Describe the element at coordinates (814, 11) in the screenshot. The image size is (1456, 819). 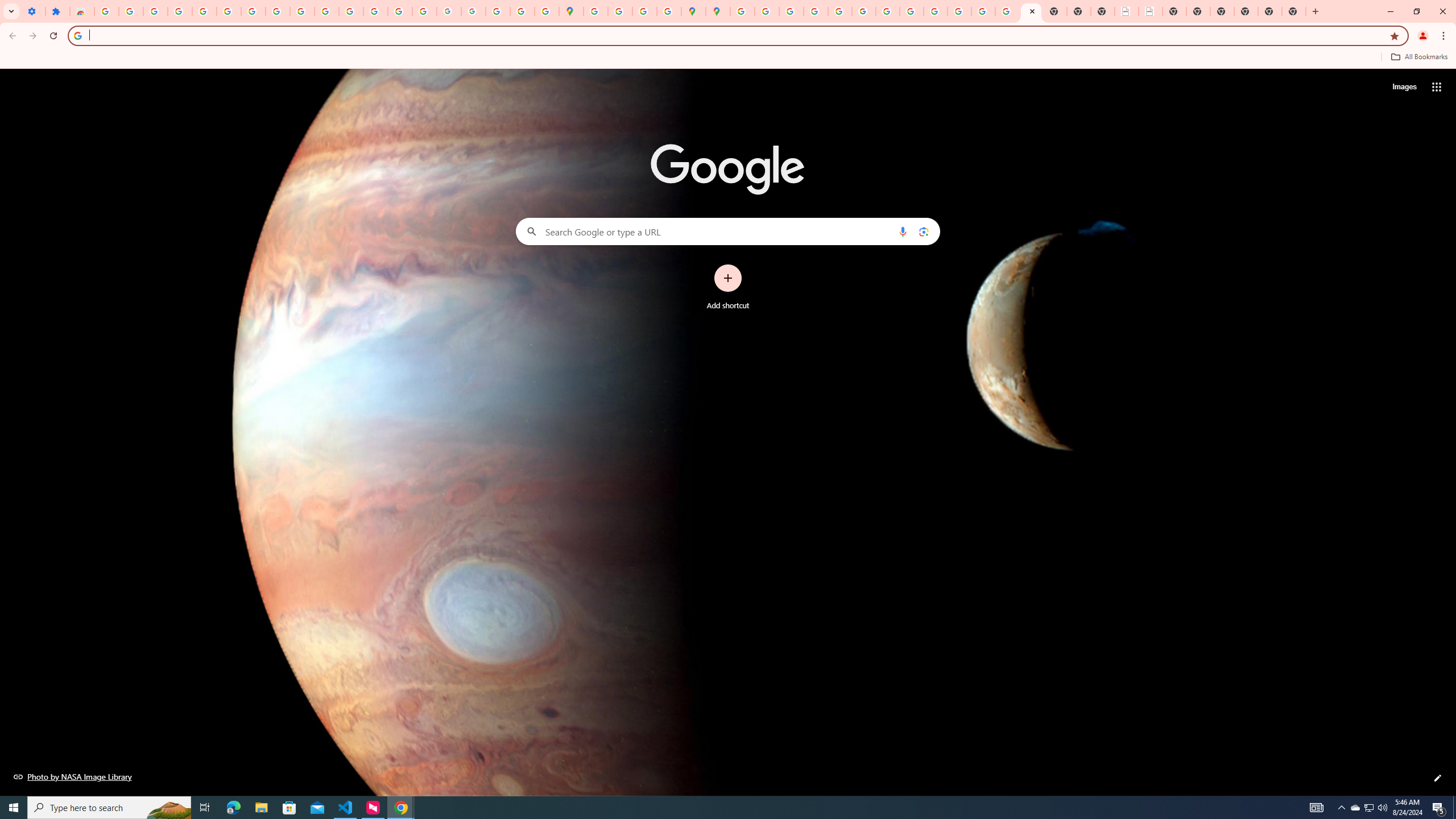
I see `'Privacy Help Center - Policies Help'` at that location.